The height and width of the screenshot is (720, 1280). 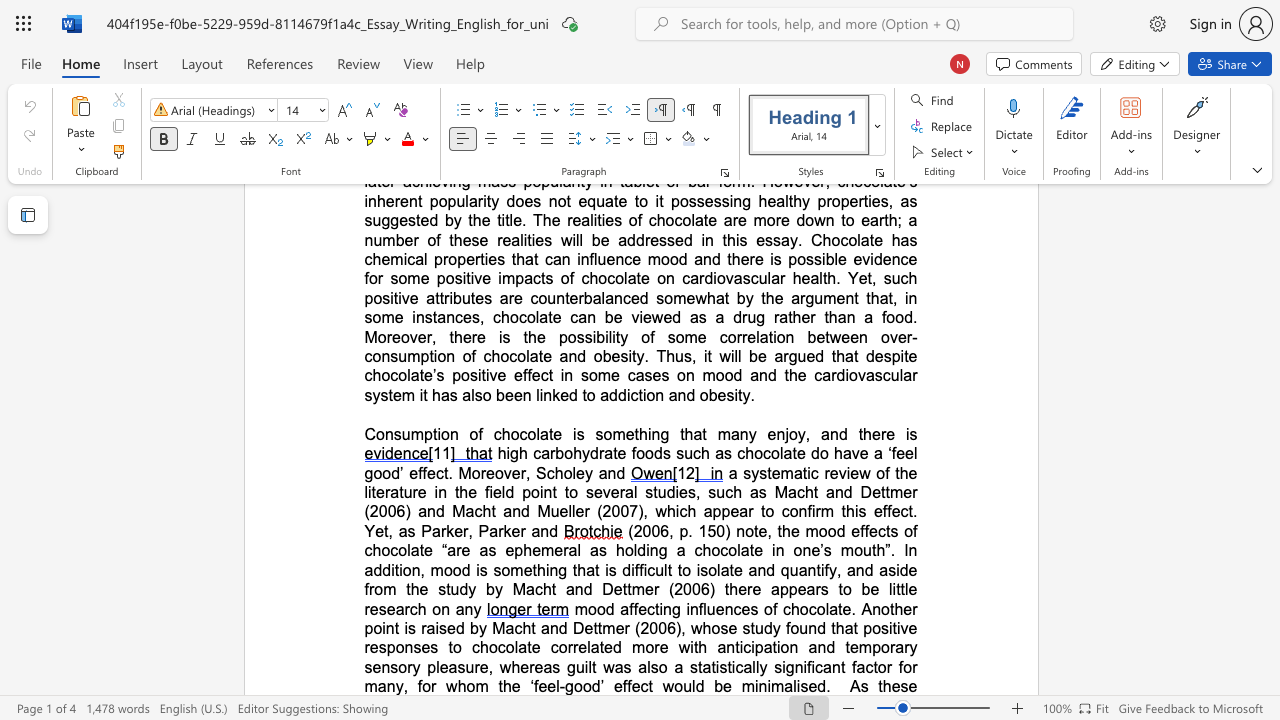 What do you see at coordinates (640, 685) in the screenshot?
I see `the subset text "ct would be mi" within the text "guilt was also a statistically significant factor for many, for whom the ‘feel-good’ effect would be min"` at bounding box center [640, 685].